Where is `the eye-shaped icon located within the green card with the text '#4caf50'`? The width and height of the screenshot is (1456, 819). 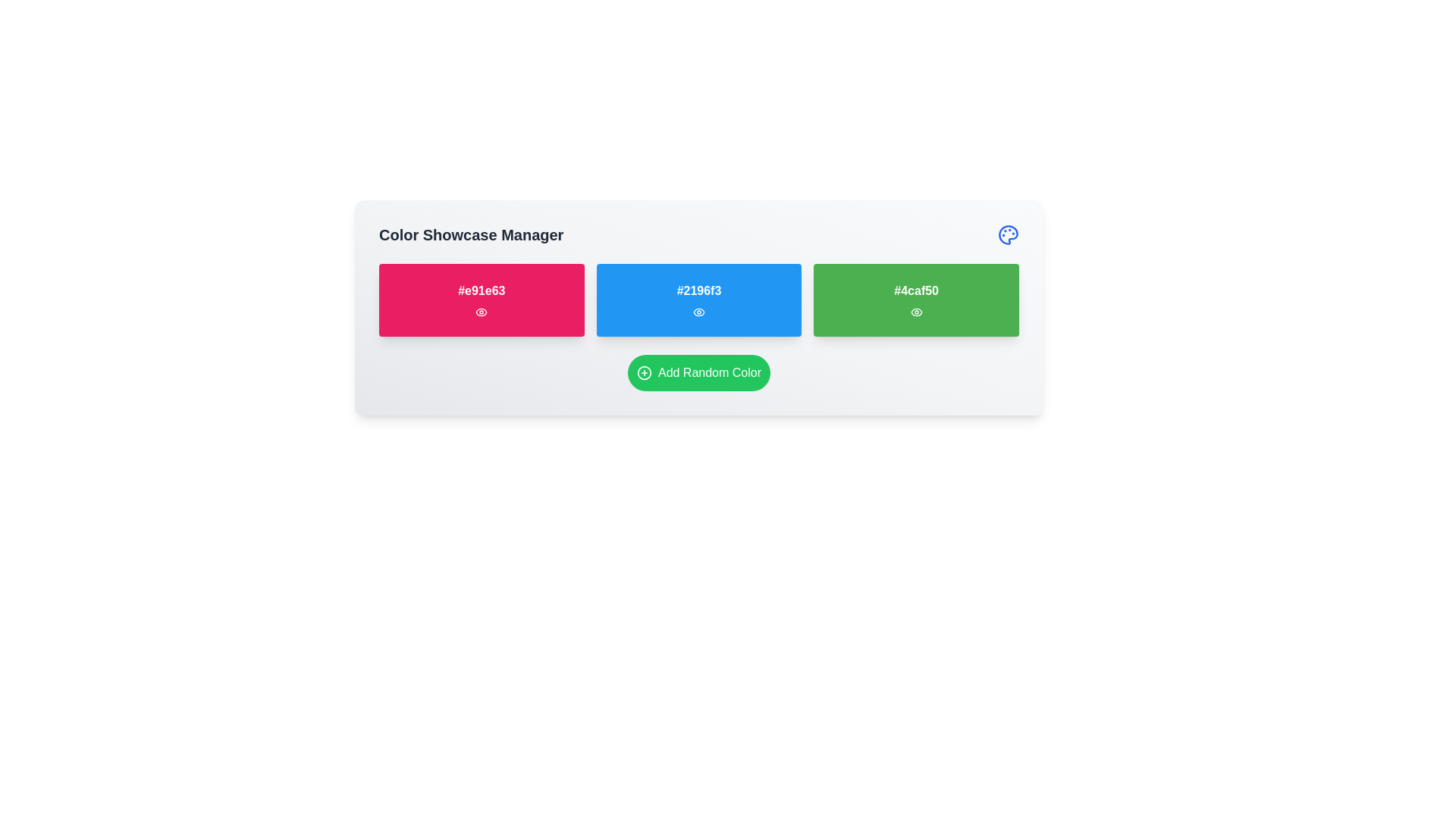 the eye-shaped icon located within the green card with the text '#4caf50' is located at coordinates (915, 312).